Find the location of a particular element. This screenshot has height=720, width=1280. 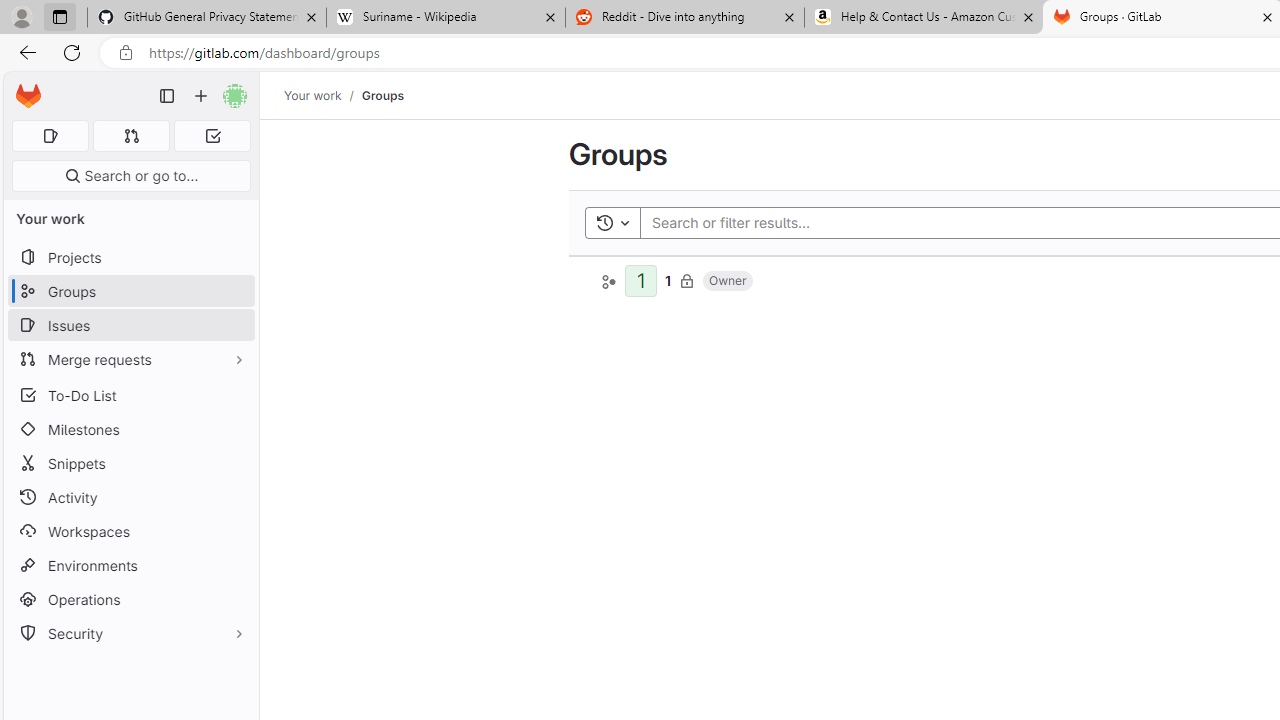

'Assigned issues 0' is located at coordinates (50, 135).